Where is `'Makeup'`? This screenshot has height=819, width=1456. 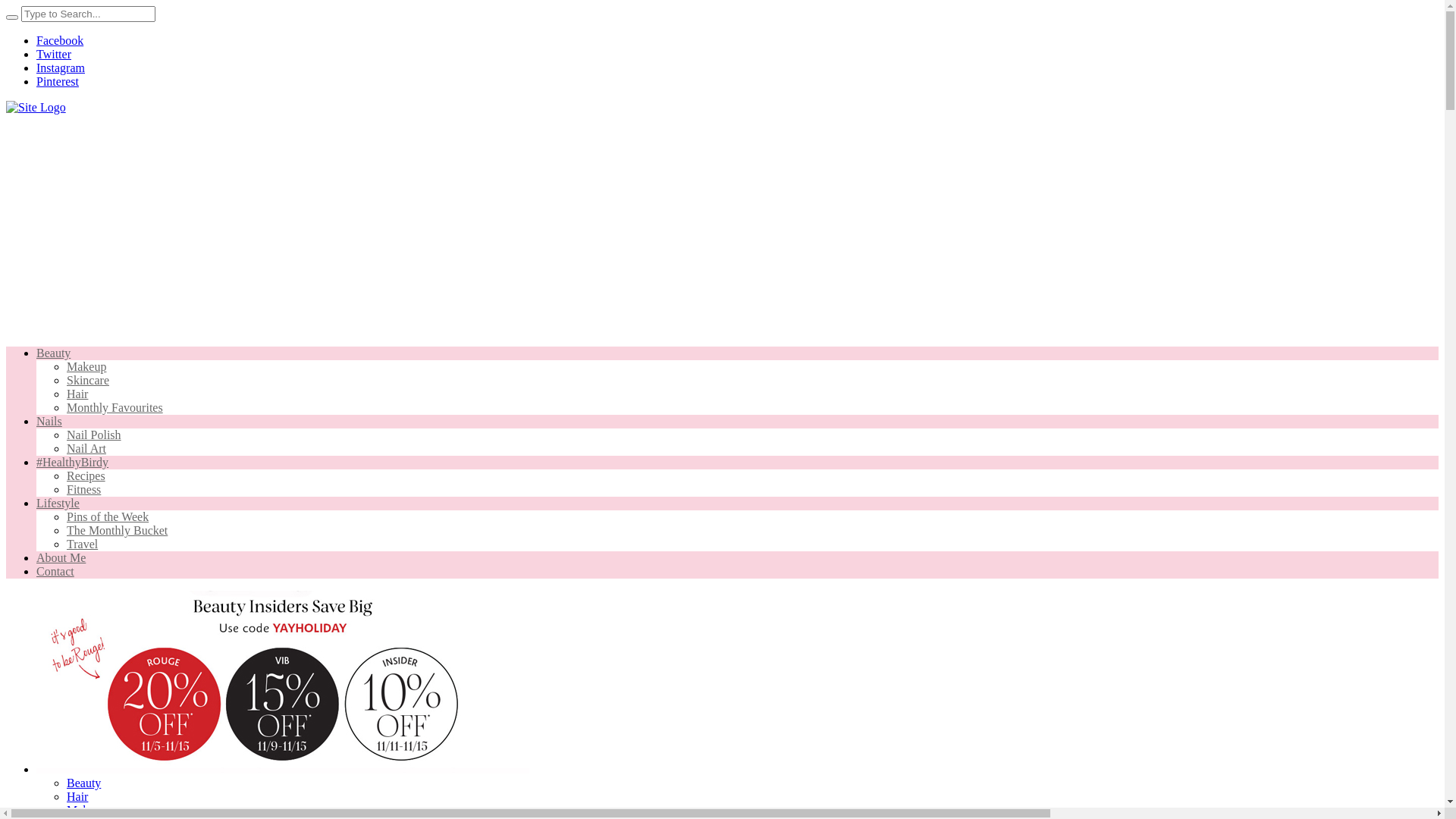
'Makeup' is located at coordinates (65, 366).